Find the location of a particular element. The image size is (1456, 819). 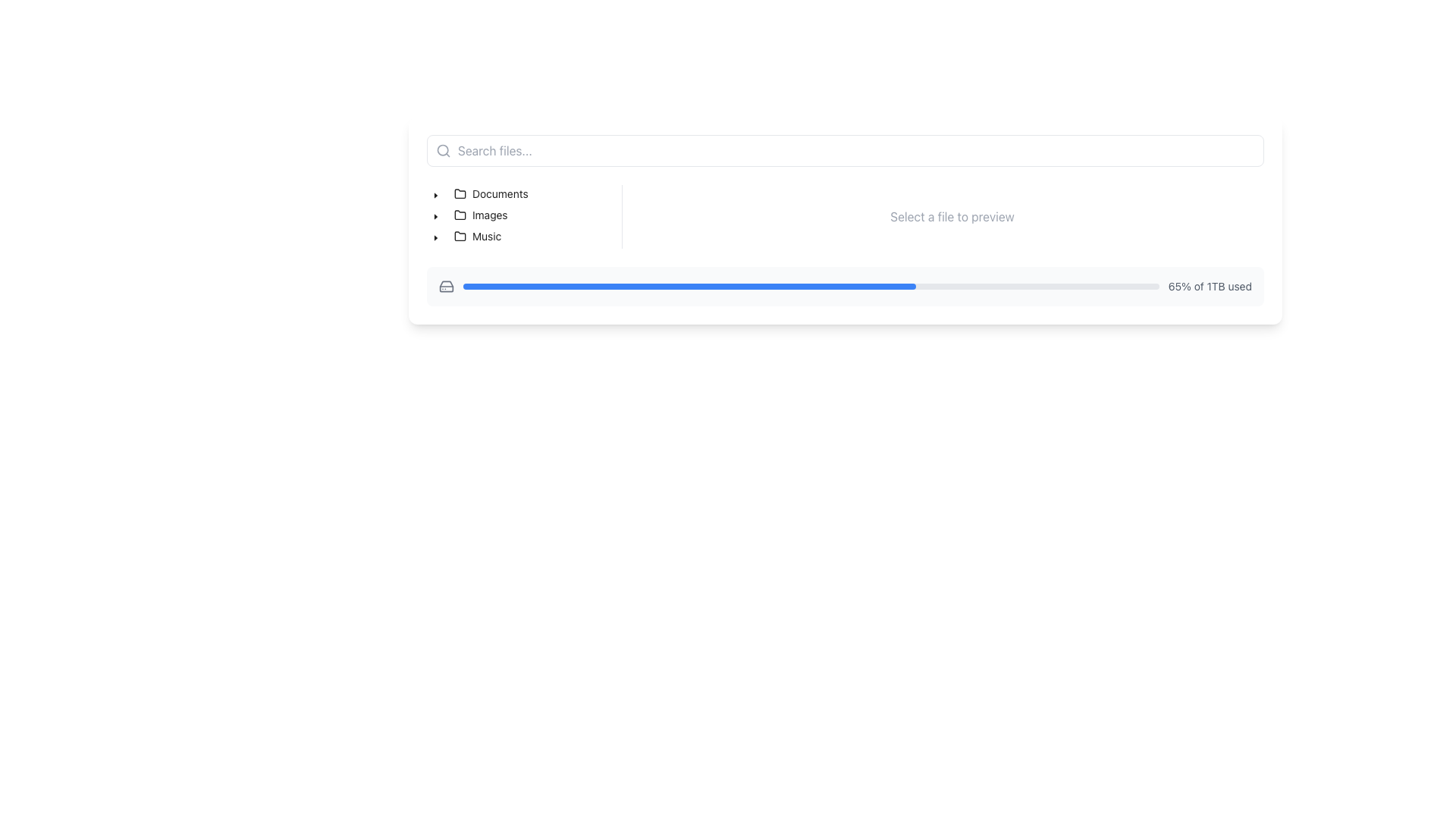

the small downward-pointing caret icon next to the label 'Images' in the tree structure is located at coordinates (435, 216).